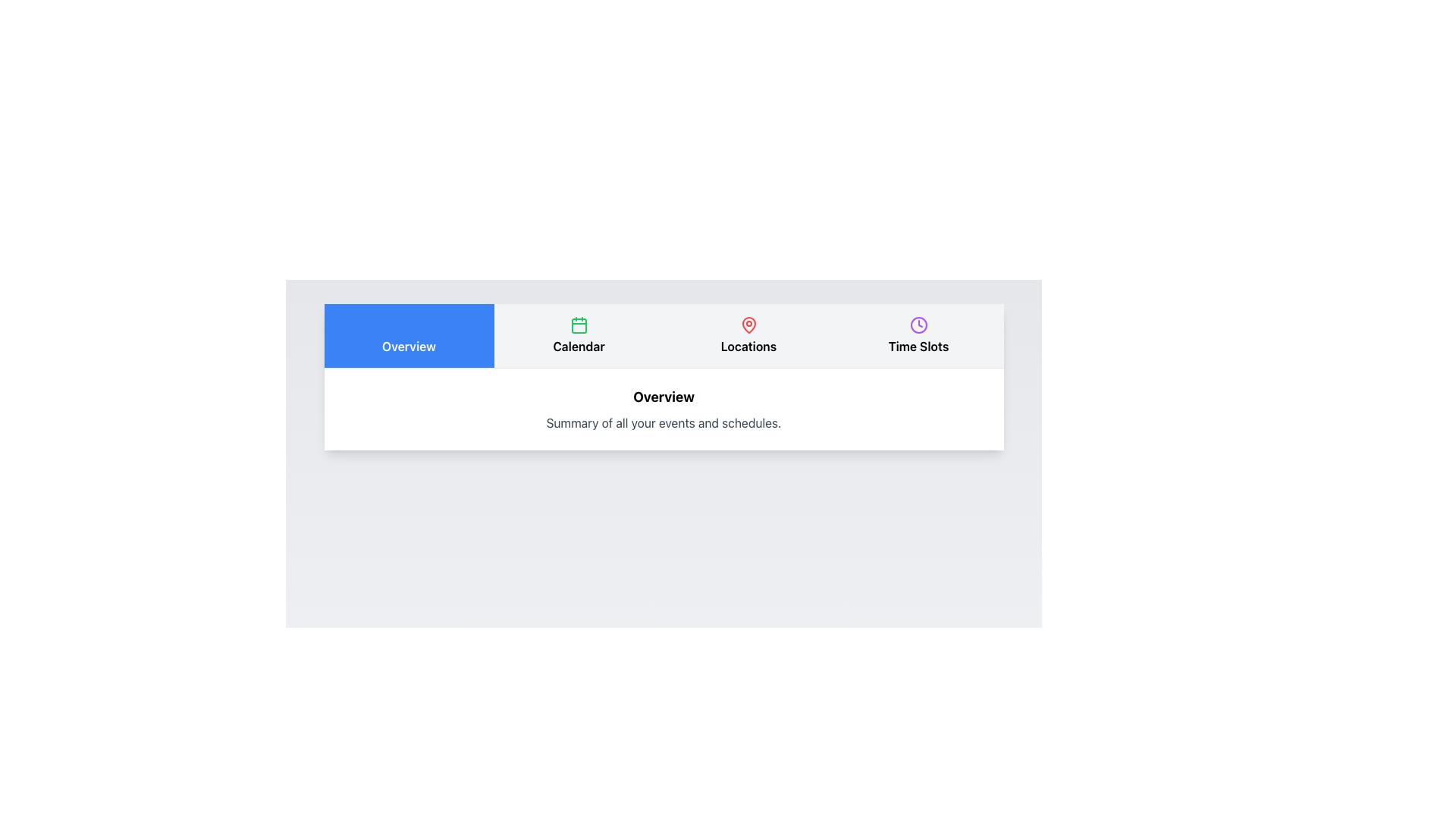 The image size is (1456, 819). Describe the element at coordinates (748, 335) in the screenshot. I see `the red pin icon with the label 'Locations' in the navigation bar` at that location.